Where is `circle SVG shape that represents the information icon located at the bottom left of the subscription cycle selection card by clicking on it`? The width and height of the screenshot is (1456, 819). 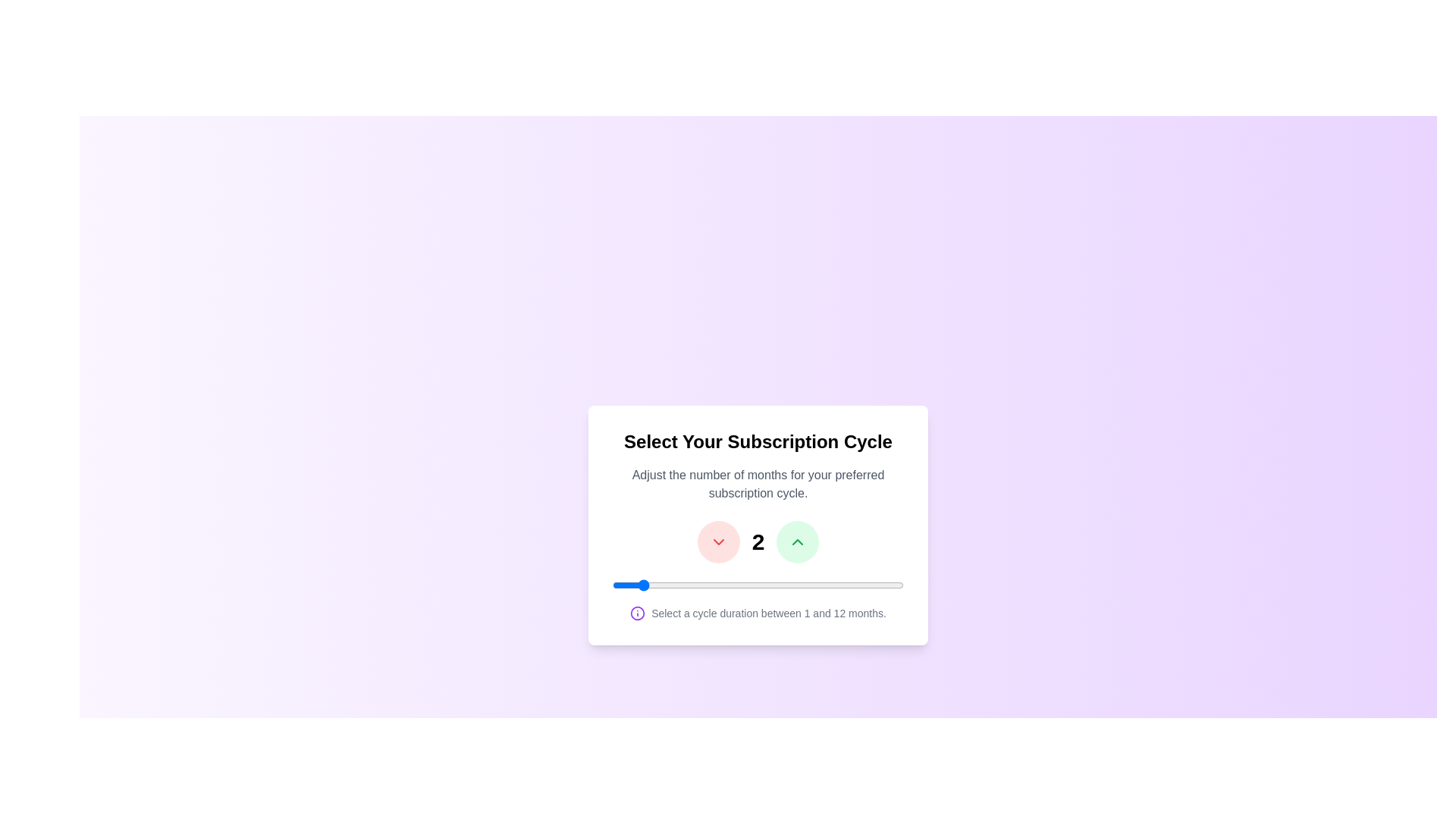 circle SVG shape that represents the information icon located at the bottom left of the subscription cycle selection card by clicking on it is located at coordinates (638, 613).